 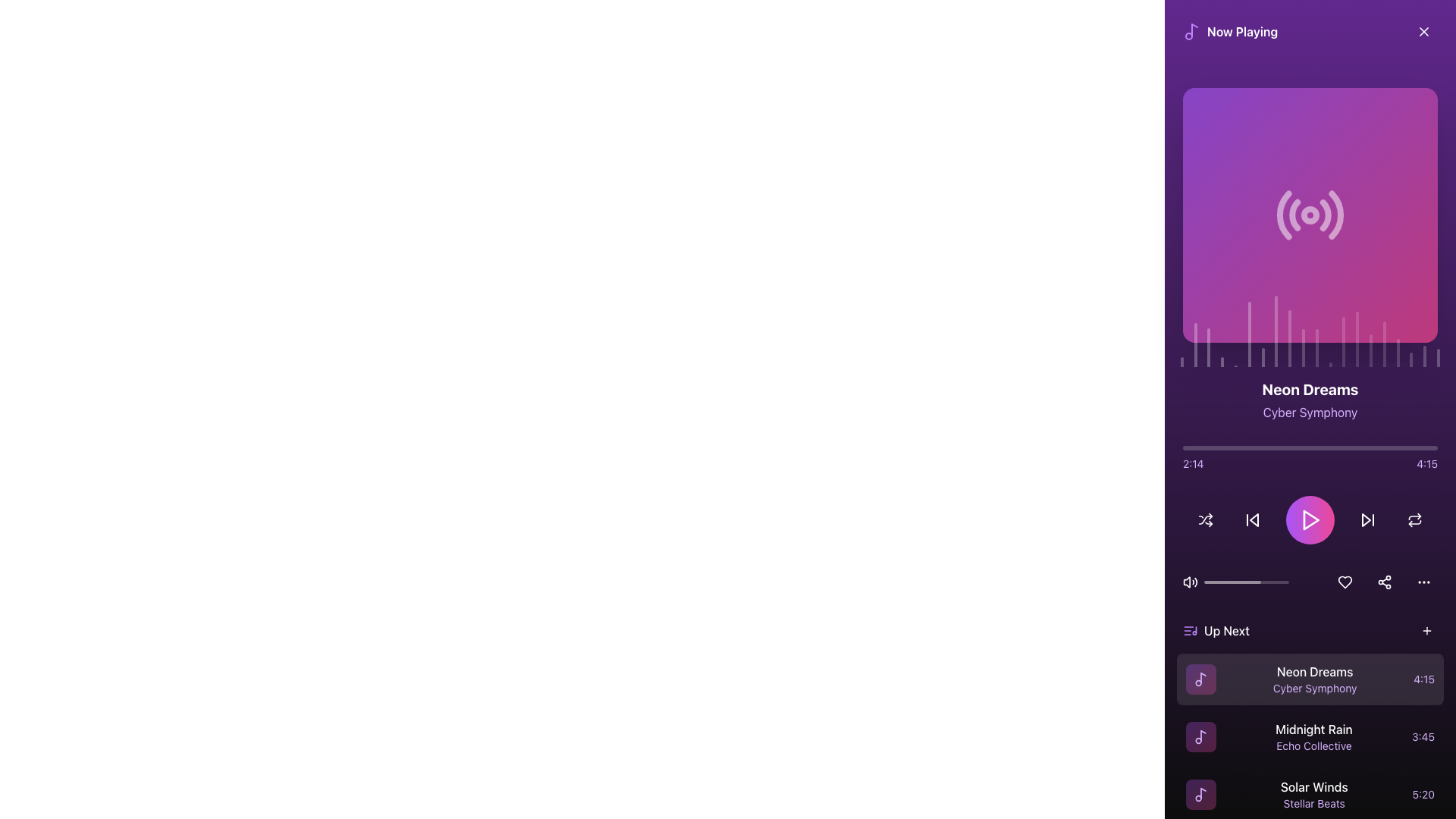 What do you see at coordinates (1312, 447) in the screenshot?
I see `progress` at bounding box center [1312, 447].